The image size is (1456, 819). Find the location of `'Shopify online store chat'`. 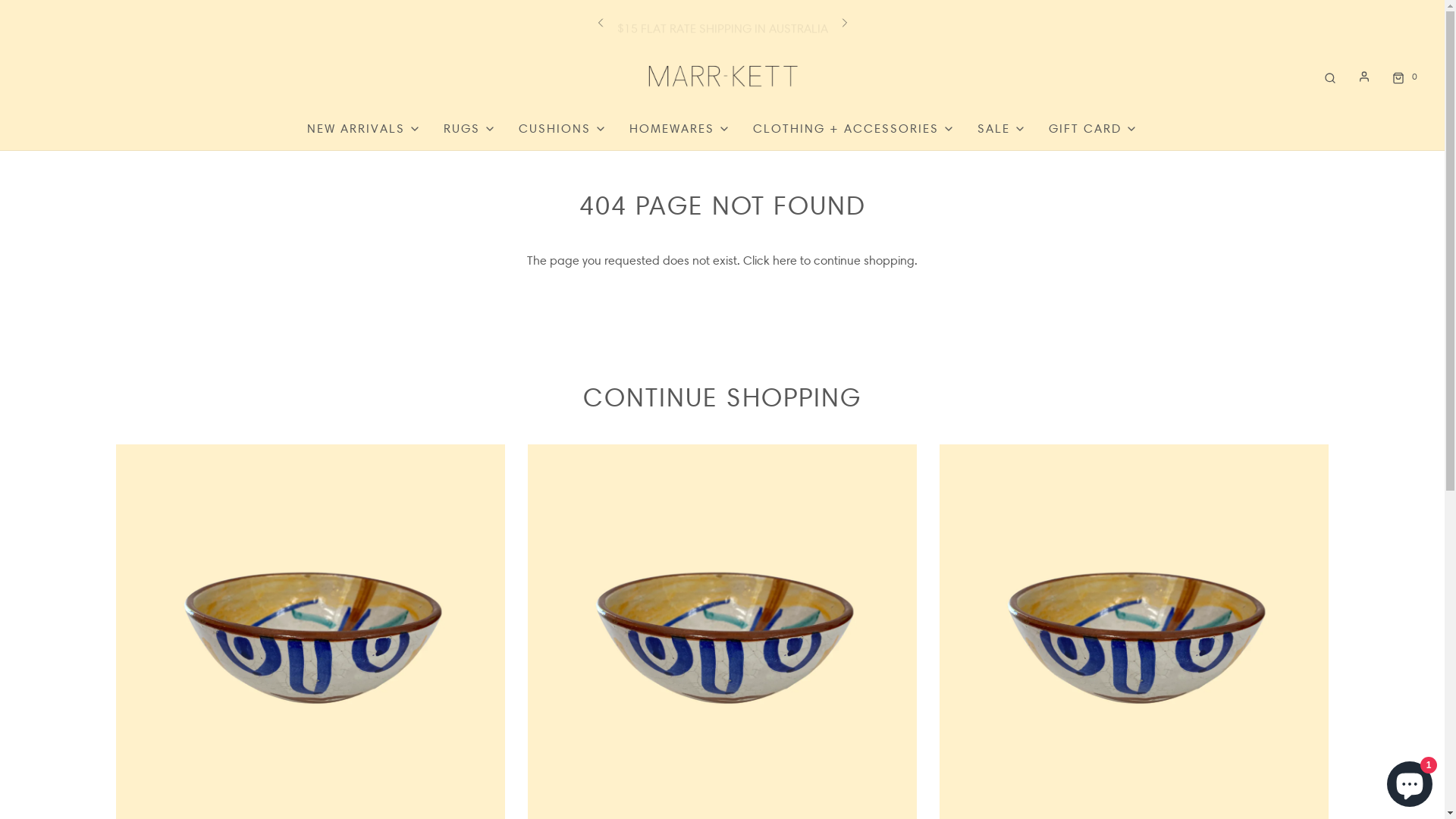

'Shopify online store chat' is located at coordinates (1408, 780).